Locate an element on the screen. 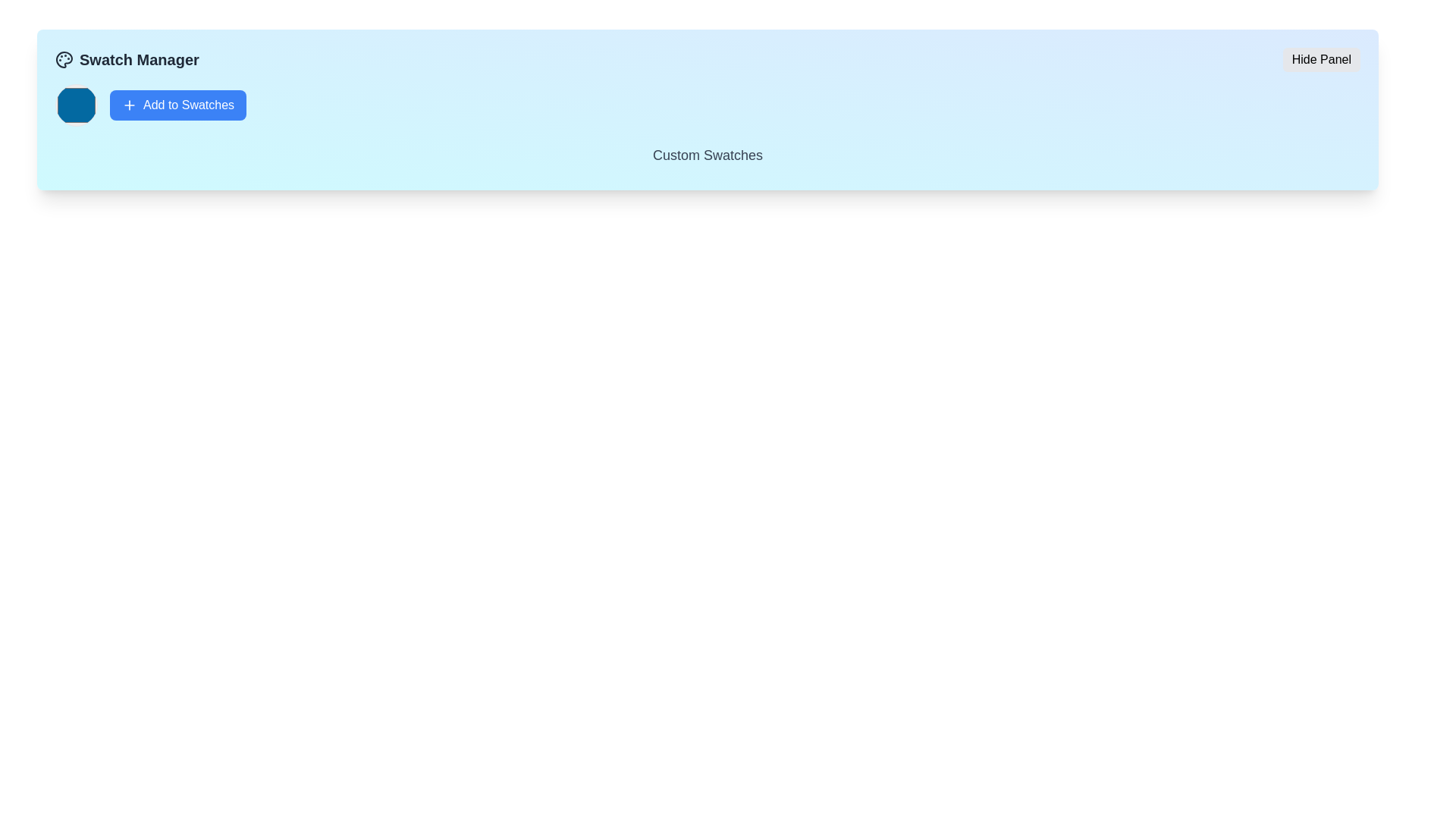  the text label displaying 'Custom Swatches' which is styled in a medium-weight font with a subdued gray color on a blue background, located at the bottom of the section beneath the 'Add to Swatches' button is located at coordinates (707, 158).